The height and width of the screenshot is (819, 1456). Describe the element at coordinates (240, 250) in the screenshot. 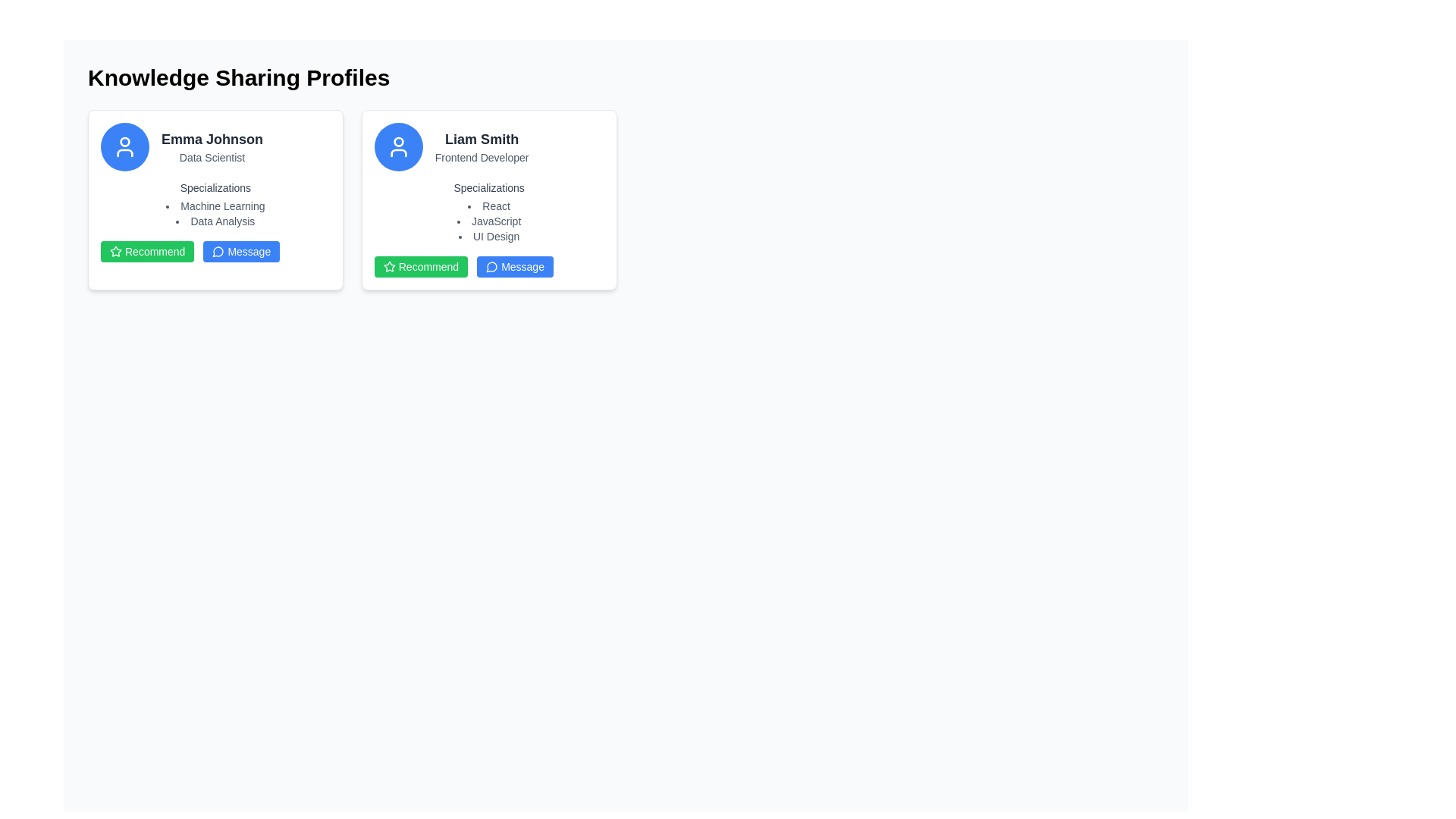

I see `the button with a blue background and white text that reads 'Message', which is located to the right of the green 'Recommend' button, to change its background color to a darker blue` at that location.